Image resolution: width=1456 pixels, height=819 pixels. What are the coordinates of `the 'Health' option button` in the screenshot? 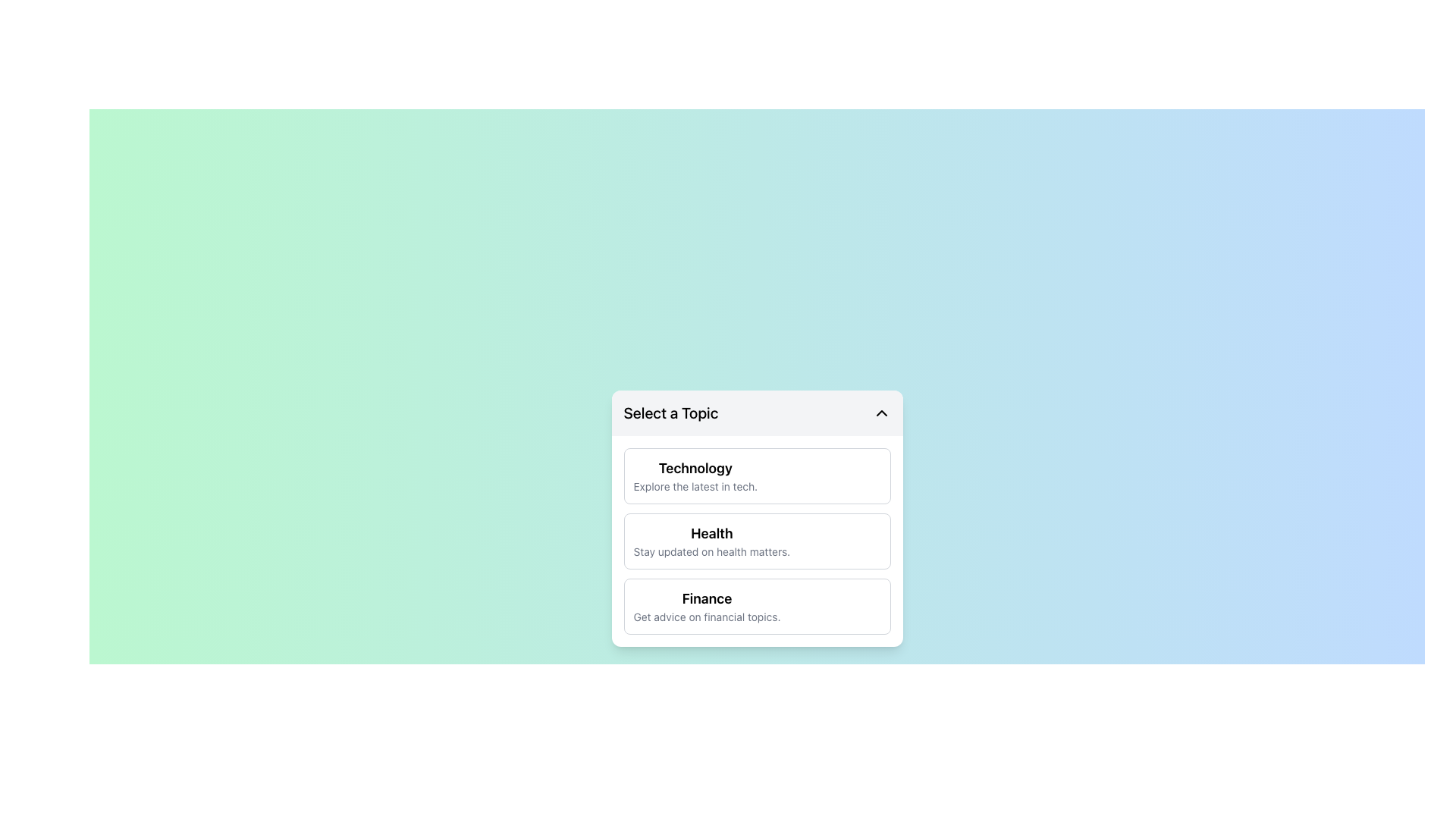 It's located at (757, 540).